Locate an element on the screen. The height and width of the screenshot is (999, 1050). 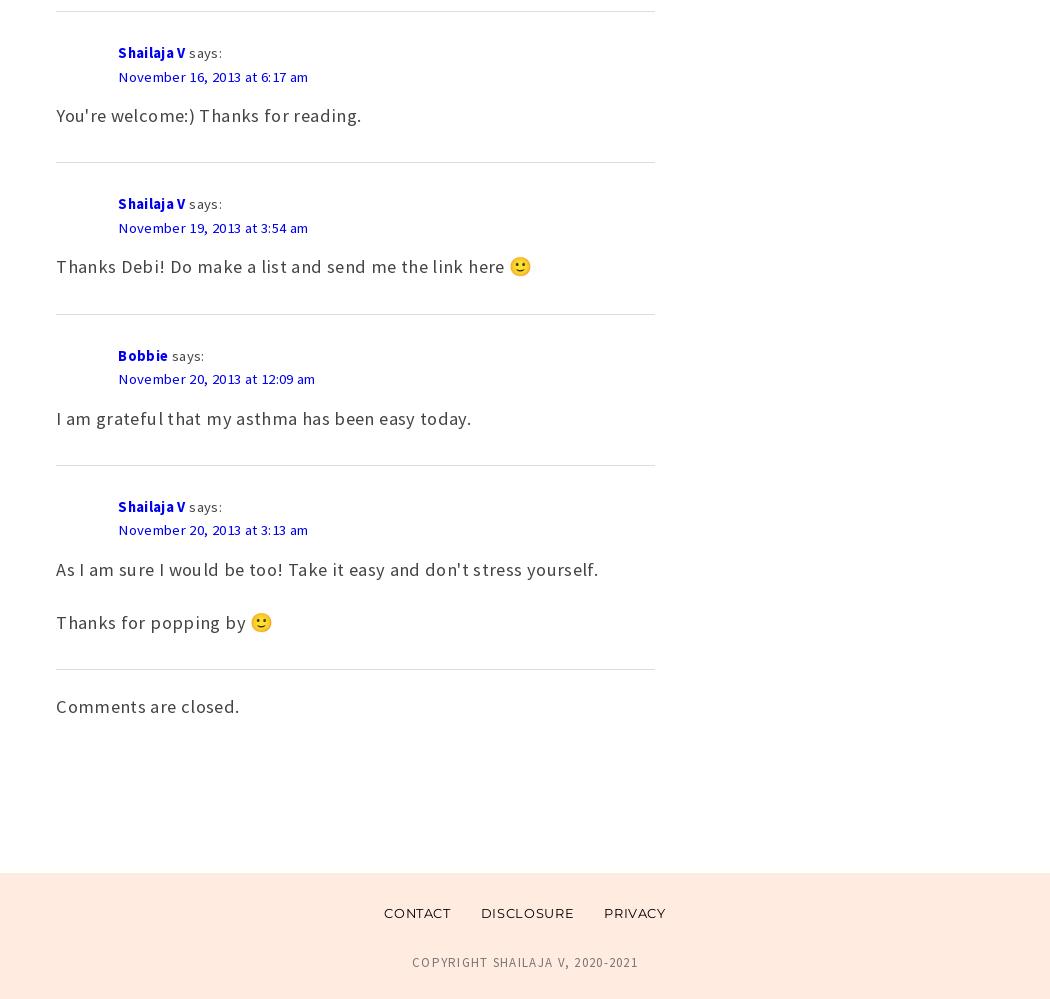
'November 19, 2013 at 3:54 am' is located at coordinates (212, 226).